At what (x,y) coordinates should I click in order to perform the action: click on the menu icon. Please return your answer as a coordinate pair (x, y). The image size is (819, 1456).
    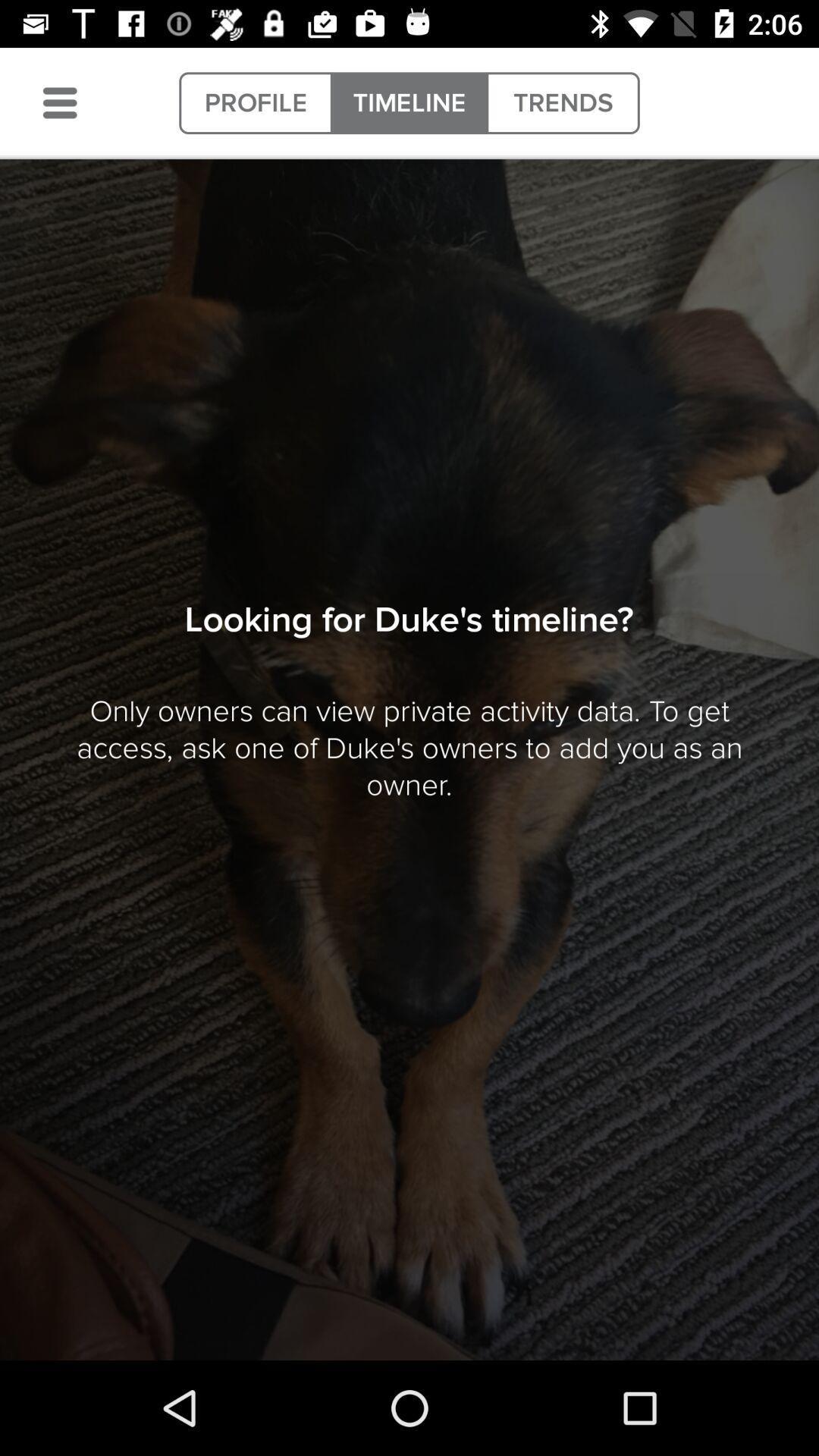
    Looking at the image, I should click on (59, 102).